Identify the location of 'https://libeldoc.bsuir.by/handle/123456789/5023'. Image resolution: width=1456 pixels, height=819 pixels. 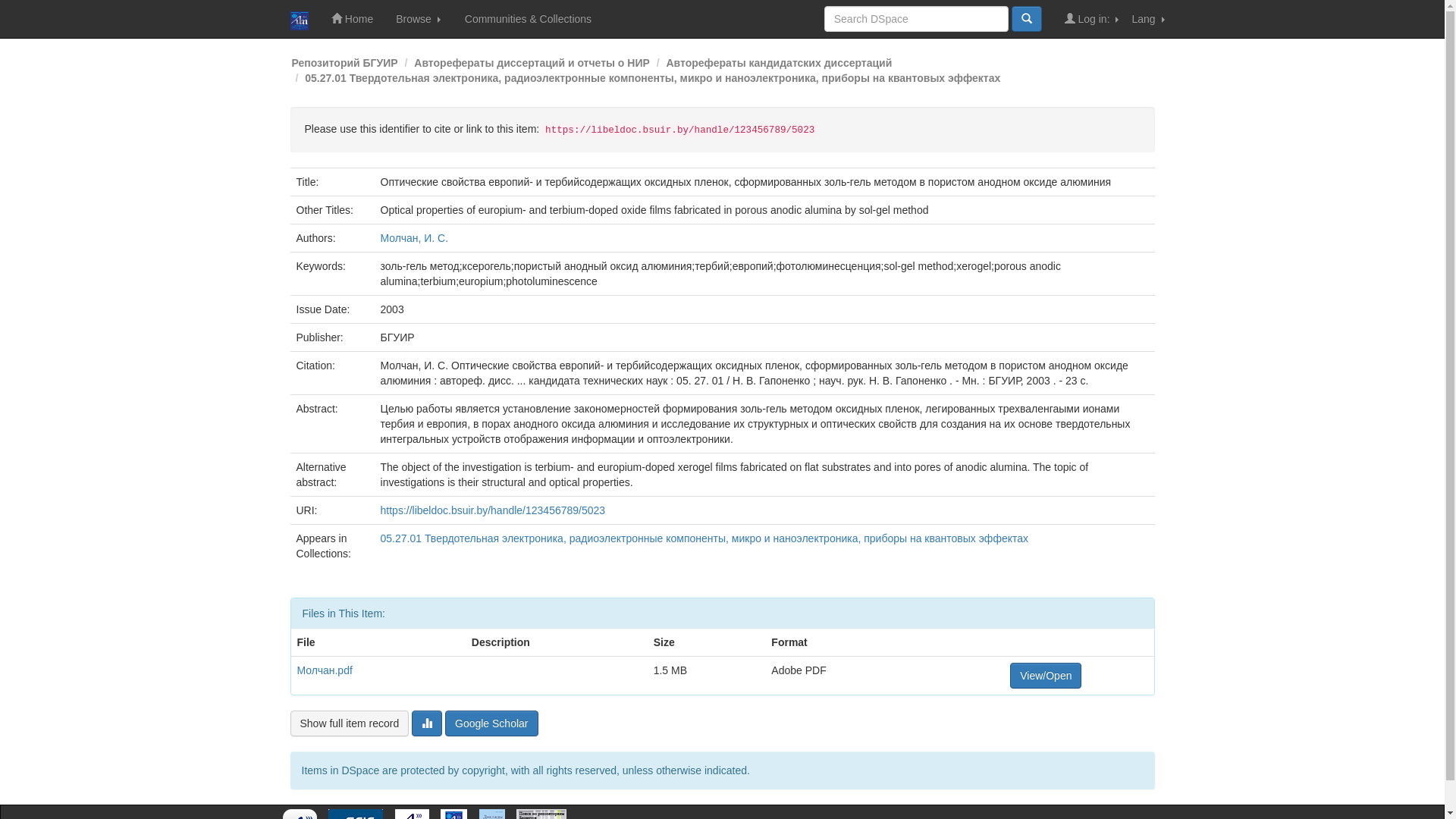
(493, 510).